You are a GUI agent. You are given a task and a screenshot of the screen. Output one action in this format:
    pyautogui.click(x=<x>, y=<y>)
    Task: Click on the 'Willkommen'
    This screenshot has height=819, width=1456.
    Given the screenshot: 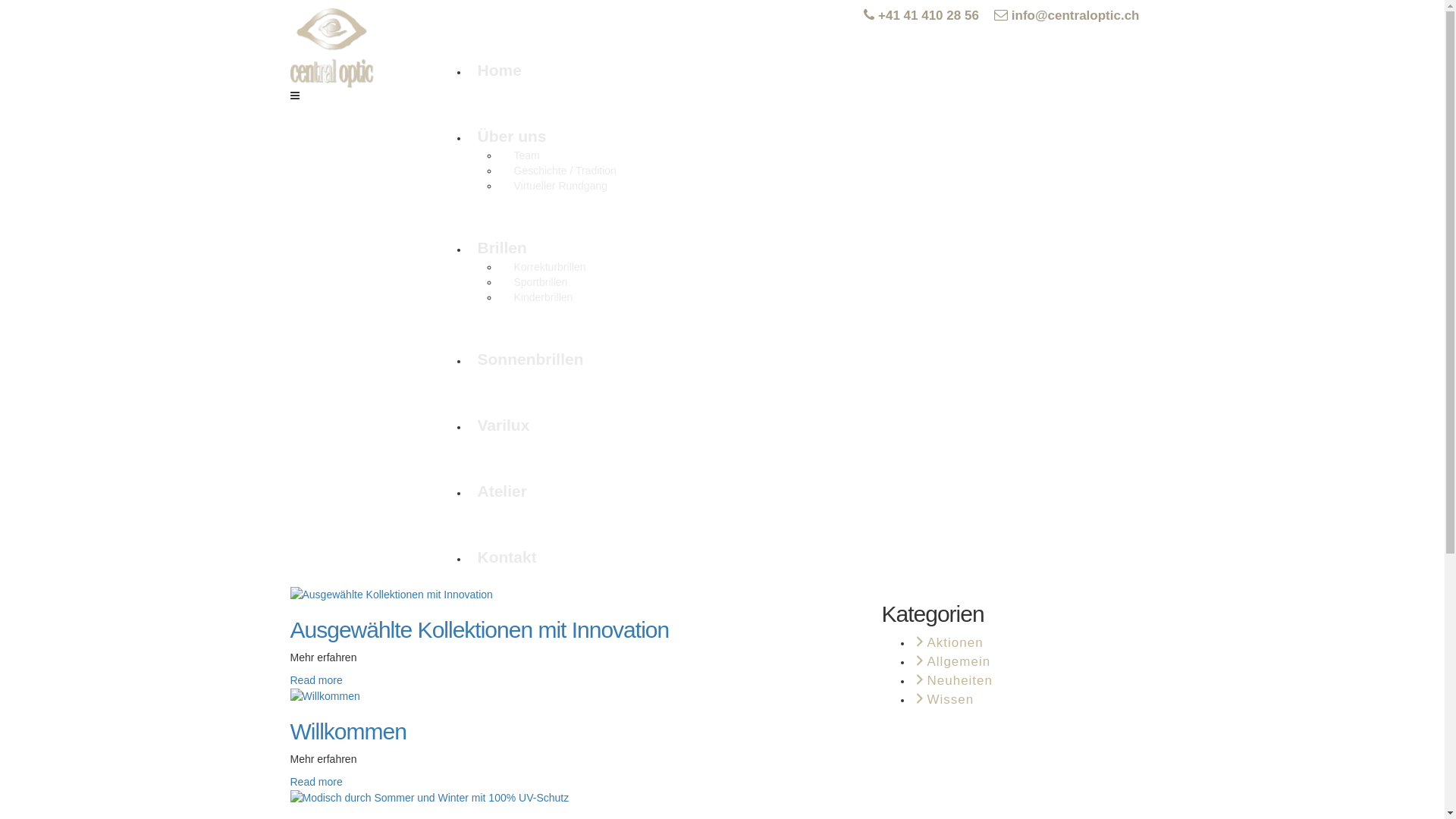 What is the action you would take?
    pyautogui.click(x=323, y=695)
    